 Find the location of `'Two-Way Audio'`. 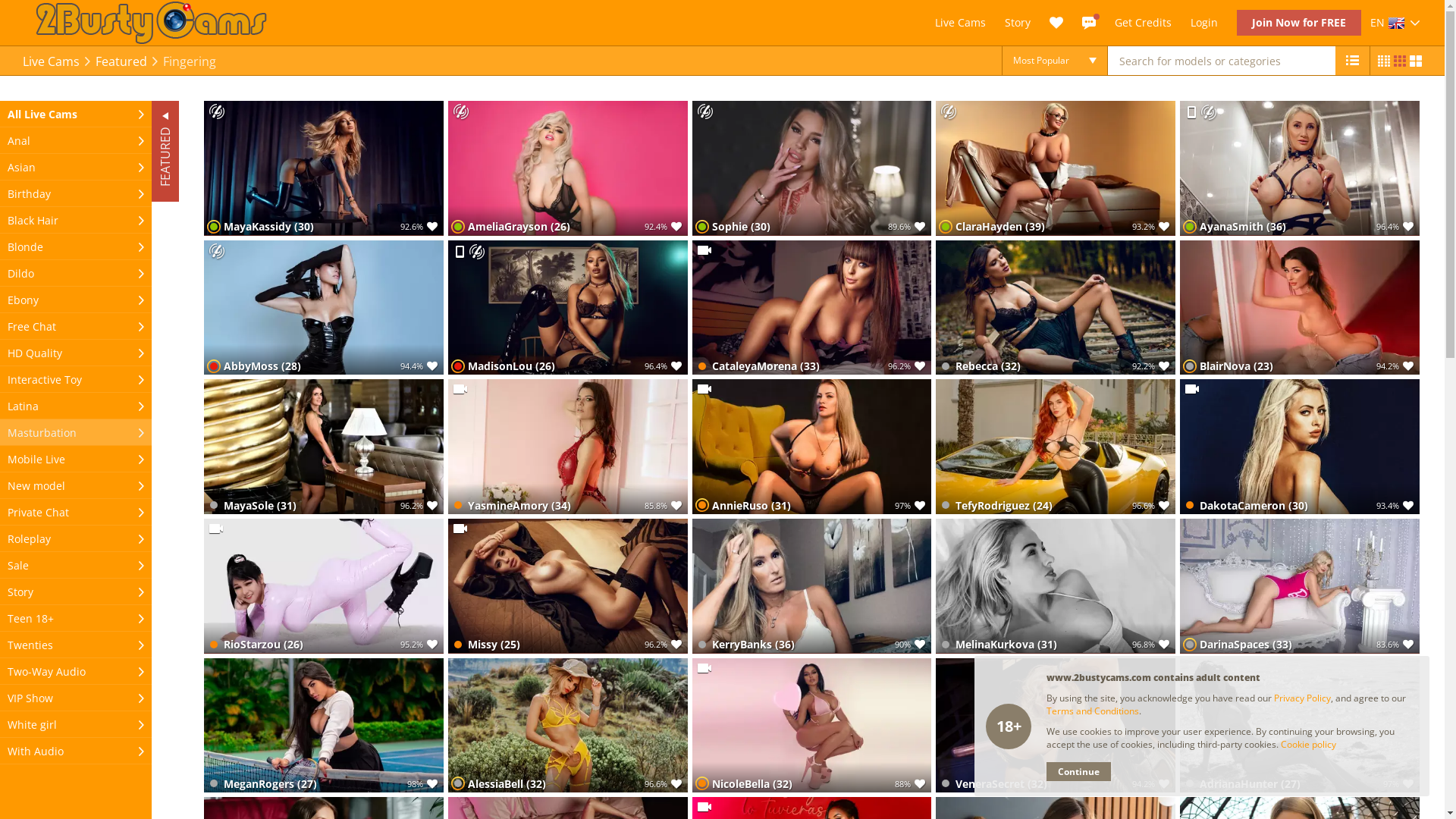

'Two-Way Audio' is located at coordinates (0, 670).